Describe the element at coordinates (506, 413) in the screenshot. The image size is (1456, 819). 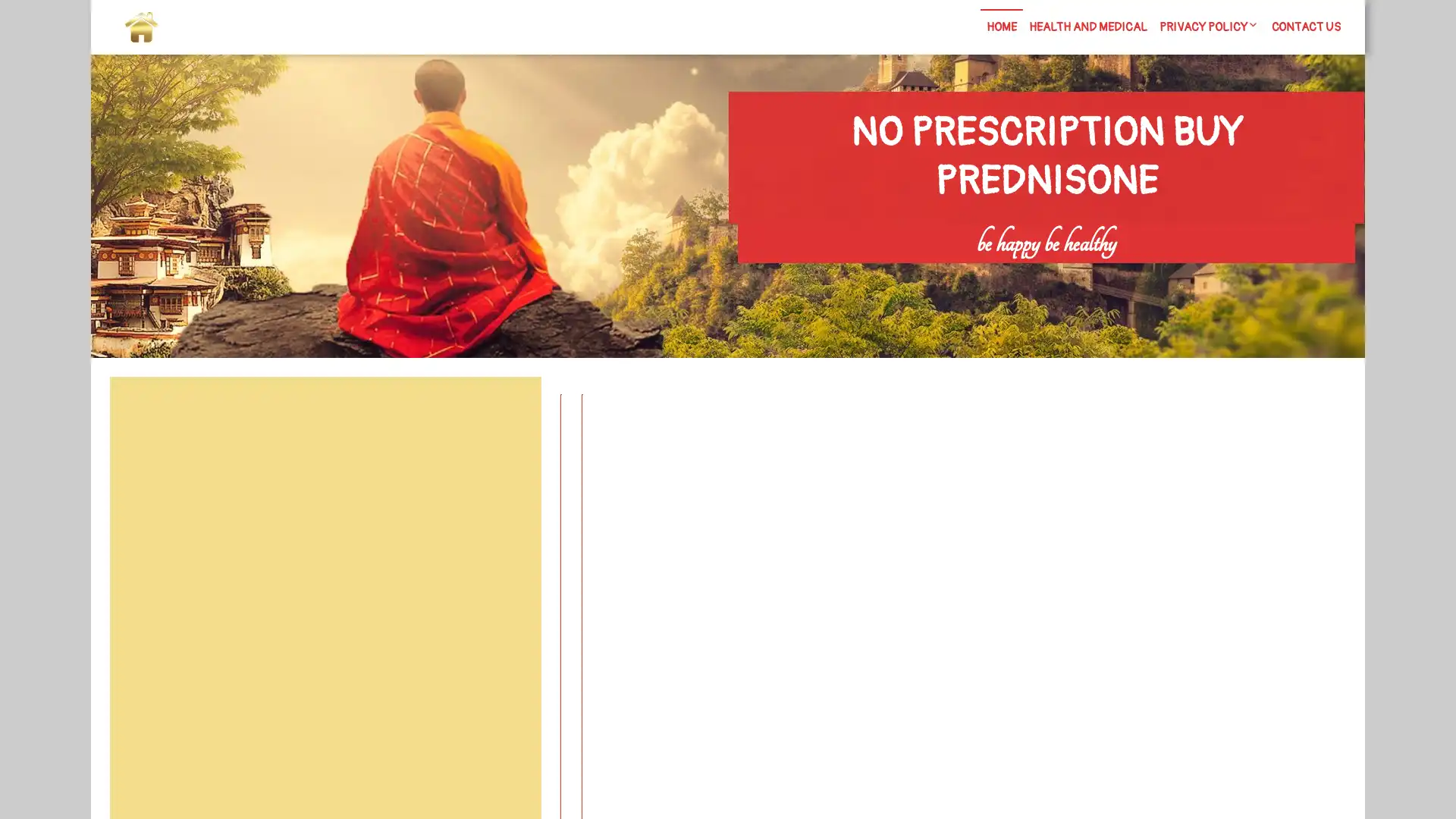
I see `Search` at that location.